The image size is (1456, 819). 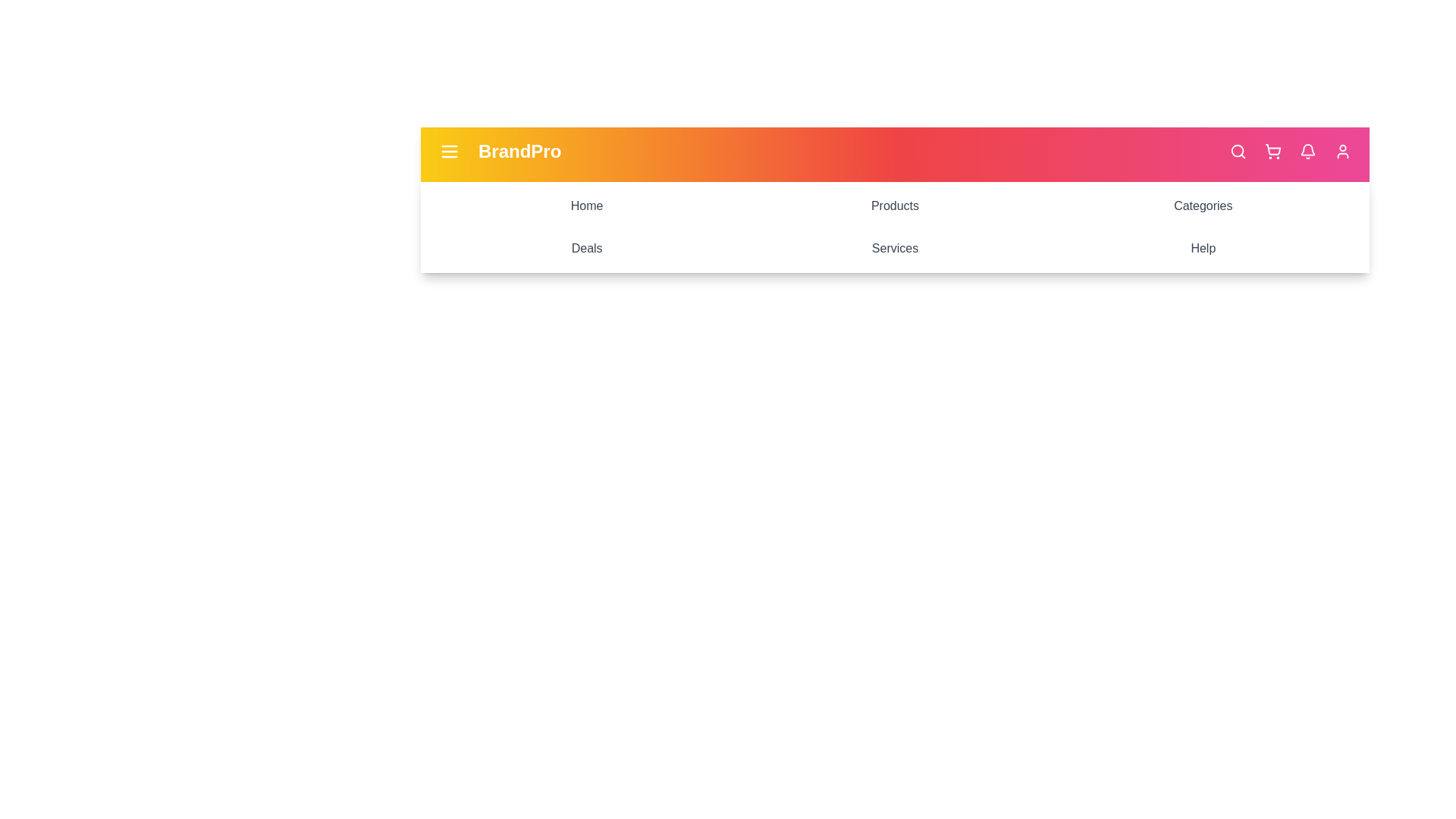 I want to click on the menu item labeled Products to navigate to its section, so click(x=895, y=206).